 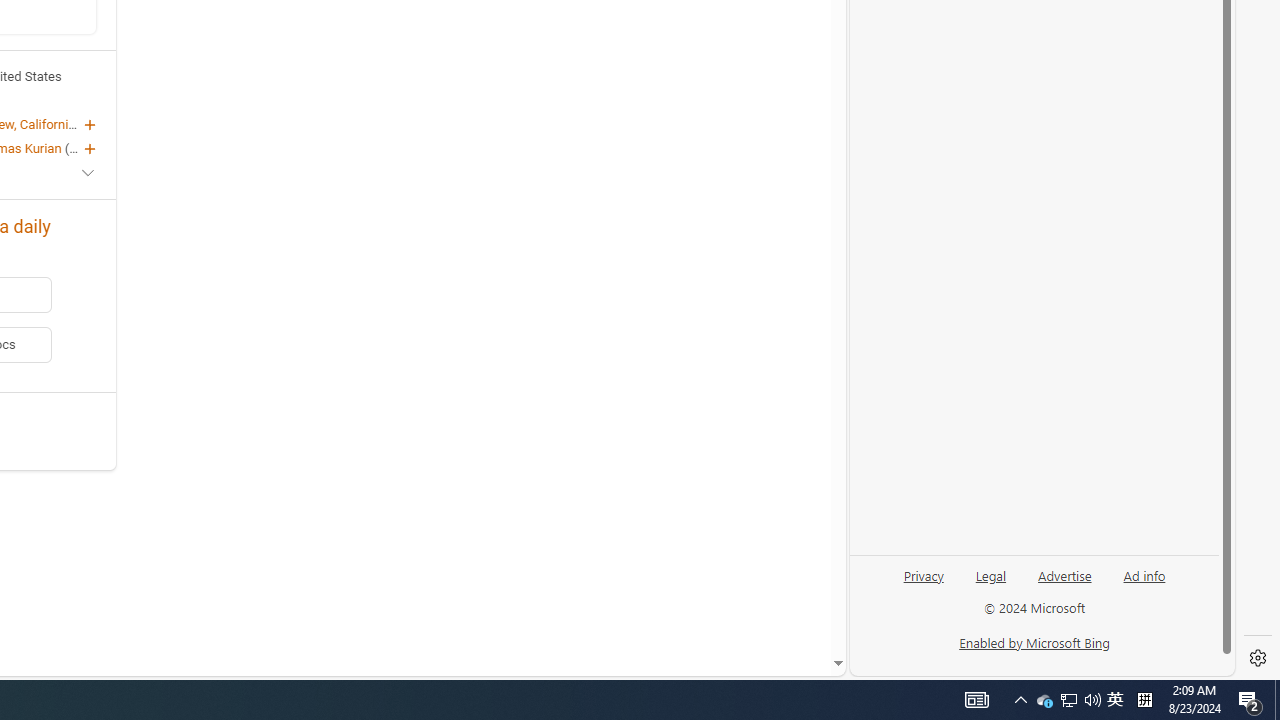 I want to click on 'Ad info', so click(x=1144, y=583).